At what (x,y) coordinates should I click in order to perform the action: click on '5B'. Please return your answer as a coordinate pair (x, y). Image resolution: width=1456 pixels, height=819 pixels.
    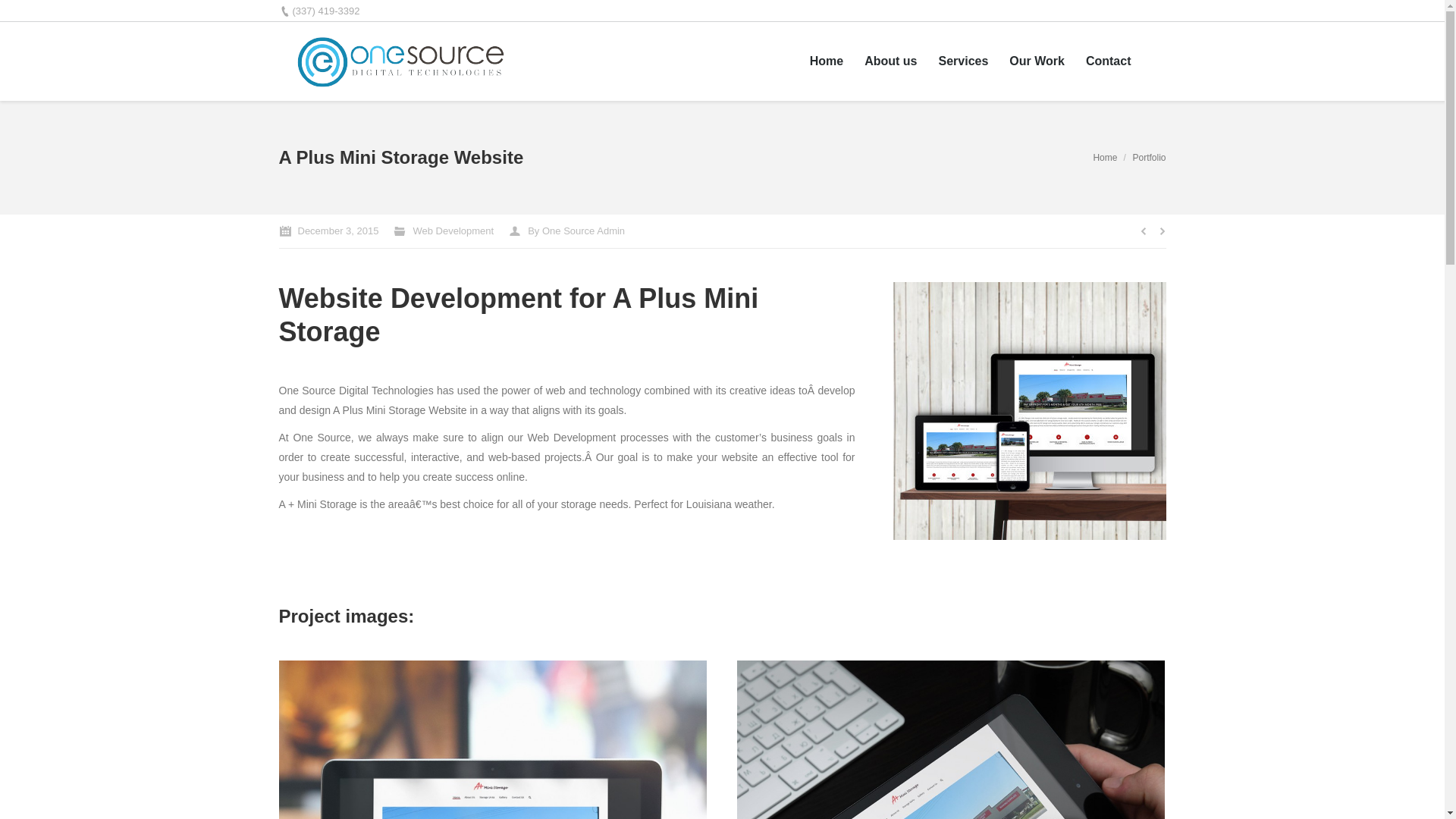
    Looking at the image, I should click on (893, 411).